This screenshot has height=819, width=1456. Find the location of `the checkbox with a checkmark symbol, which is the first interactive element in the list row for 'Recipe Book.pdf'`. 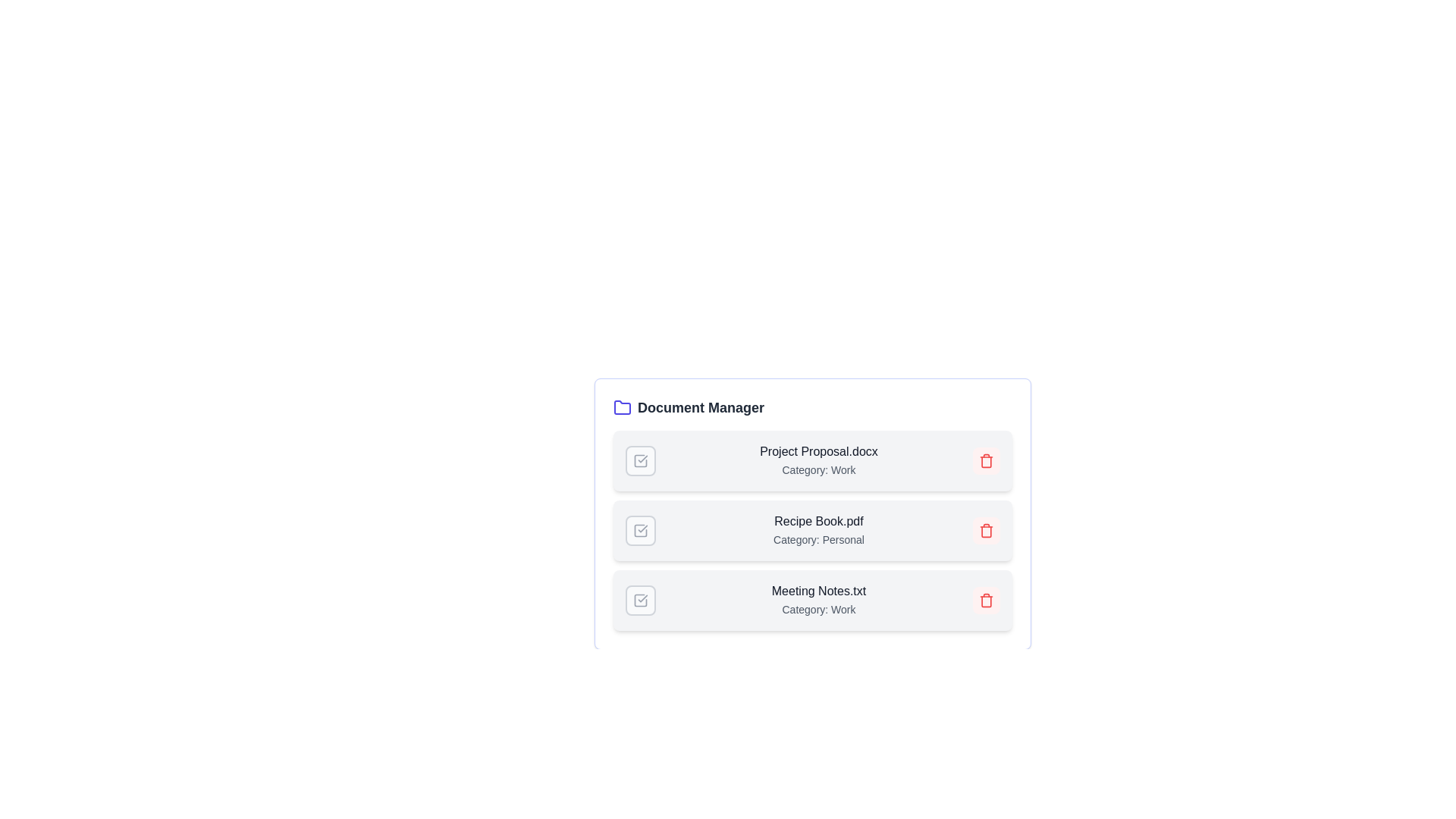

the checkbox with a checkmark symbol, which is the first interactive element in the list row for 'Recipe Book.pdf' is located at coordinates (640, 529).